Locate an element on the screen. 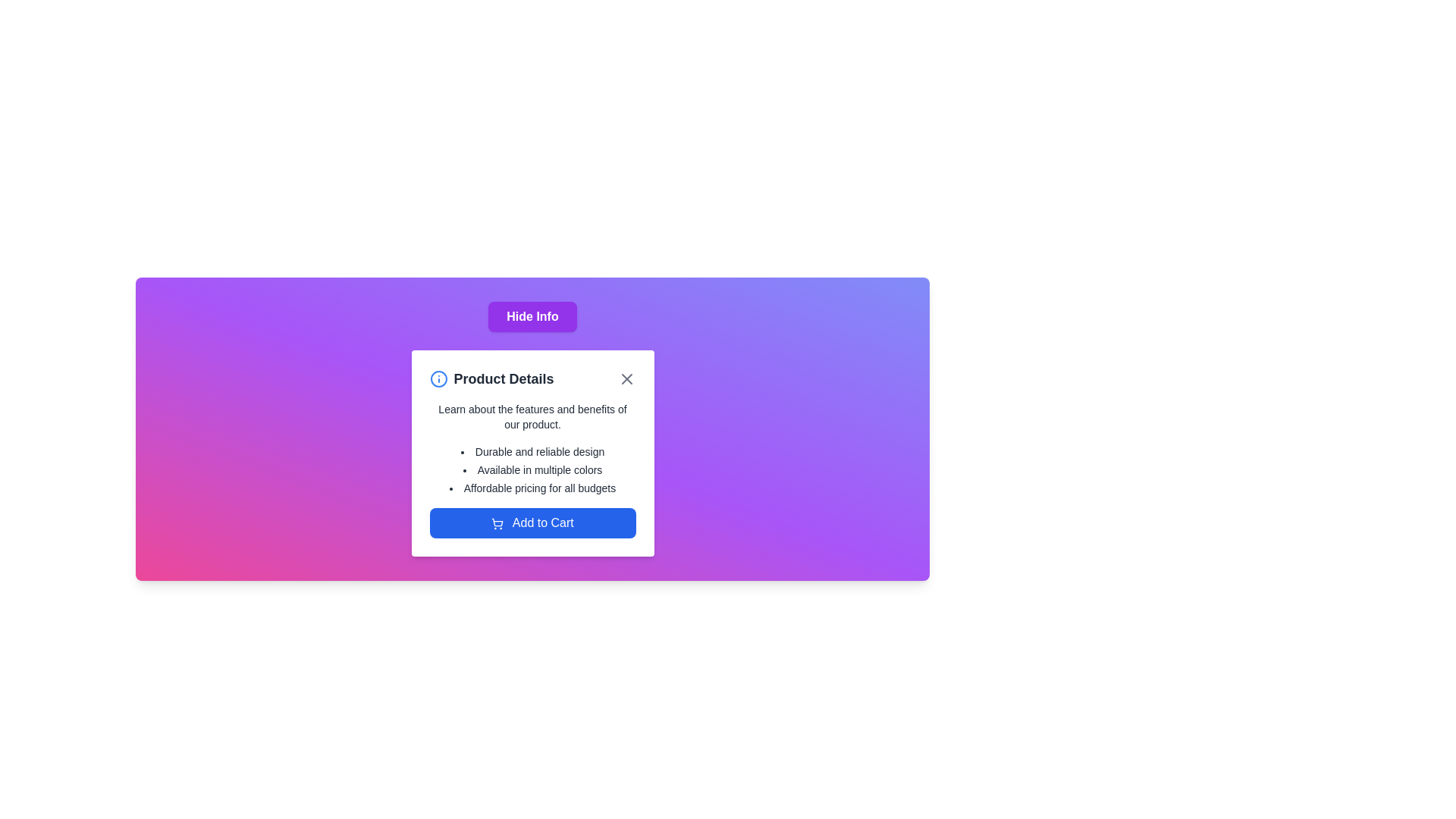  text block that says 'Product Details', which is styled in a bold font and located centrally within the card above the descriptive text is located at coordinates (491, 378).